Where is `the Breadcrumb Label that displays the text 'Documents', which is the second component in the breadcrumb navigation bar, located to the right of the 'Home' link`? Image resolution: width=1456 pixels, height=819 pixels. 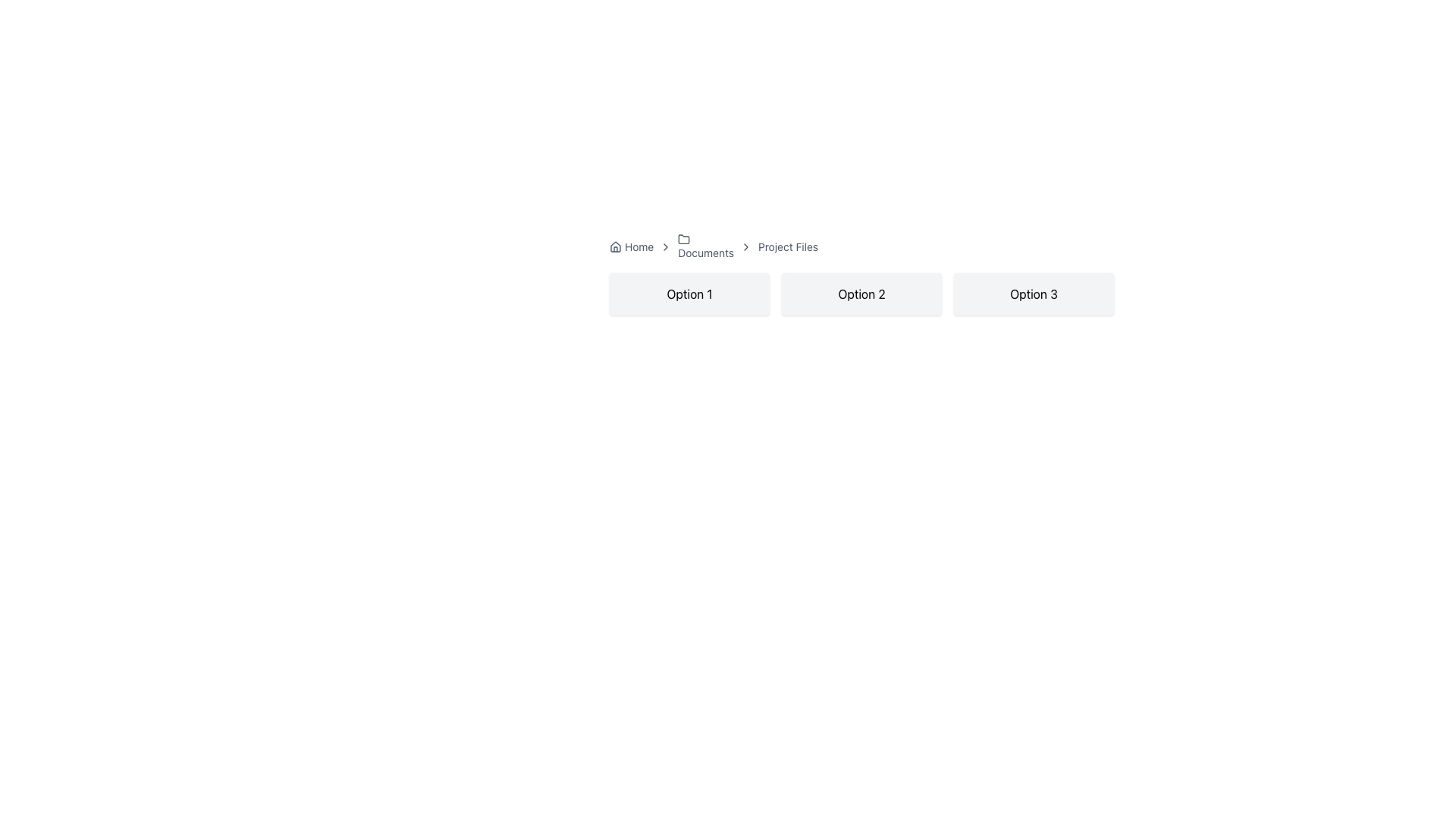
the Breadcrumb Label that displays the text 'Documents', which is the second component in the breadcrumb navigation bar, located to the right of the 'Home' link is located at coordinates (705, 246).